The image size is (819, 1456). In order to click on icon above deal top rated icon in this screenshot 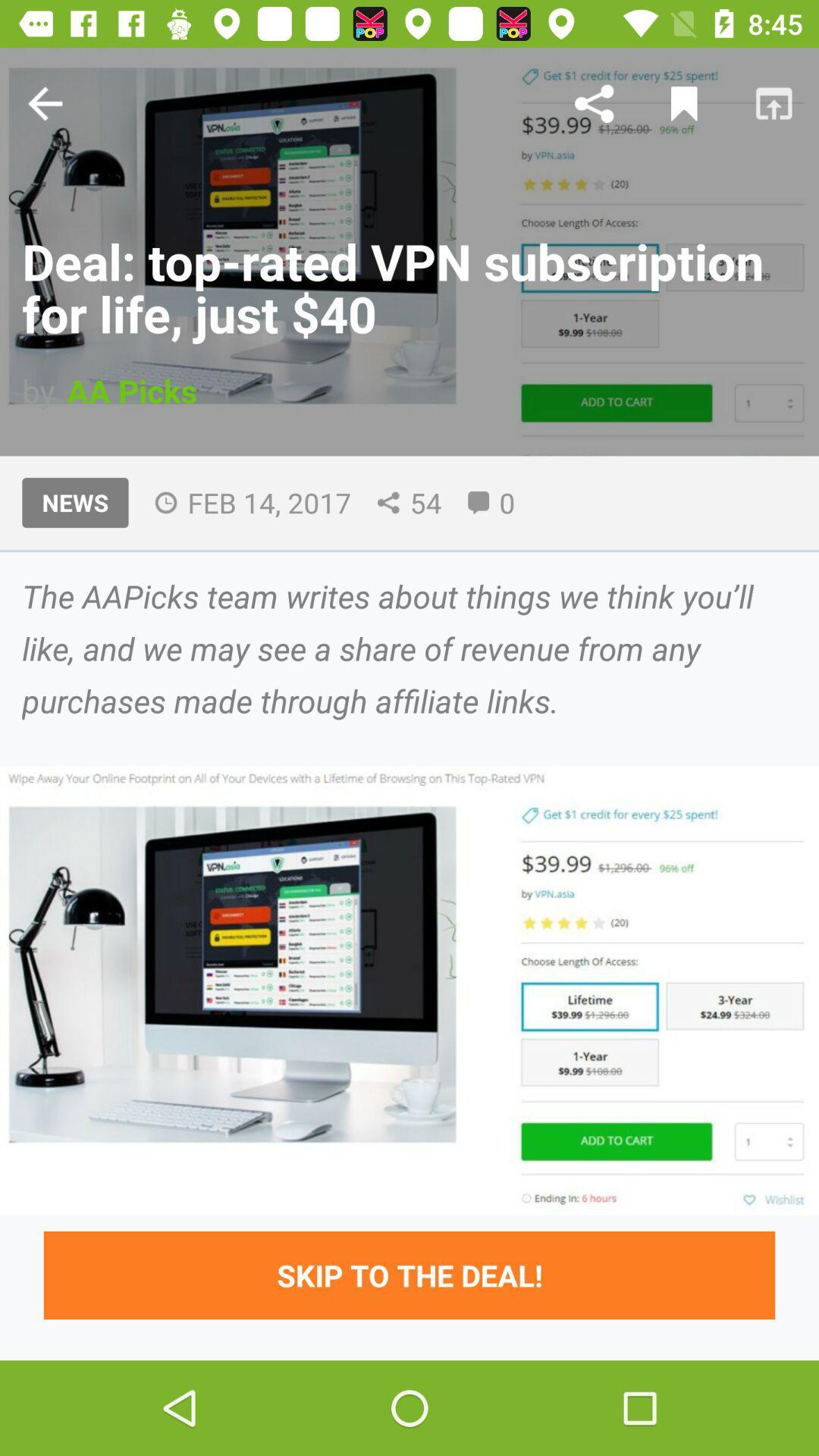, I will do `click(684, 102)`.